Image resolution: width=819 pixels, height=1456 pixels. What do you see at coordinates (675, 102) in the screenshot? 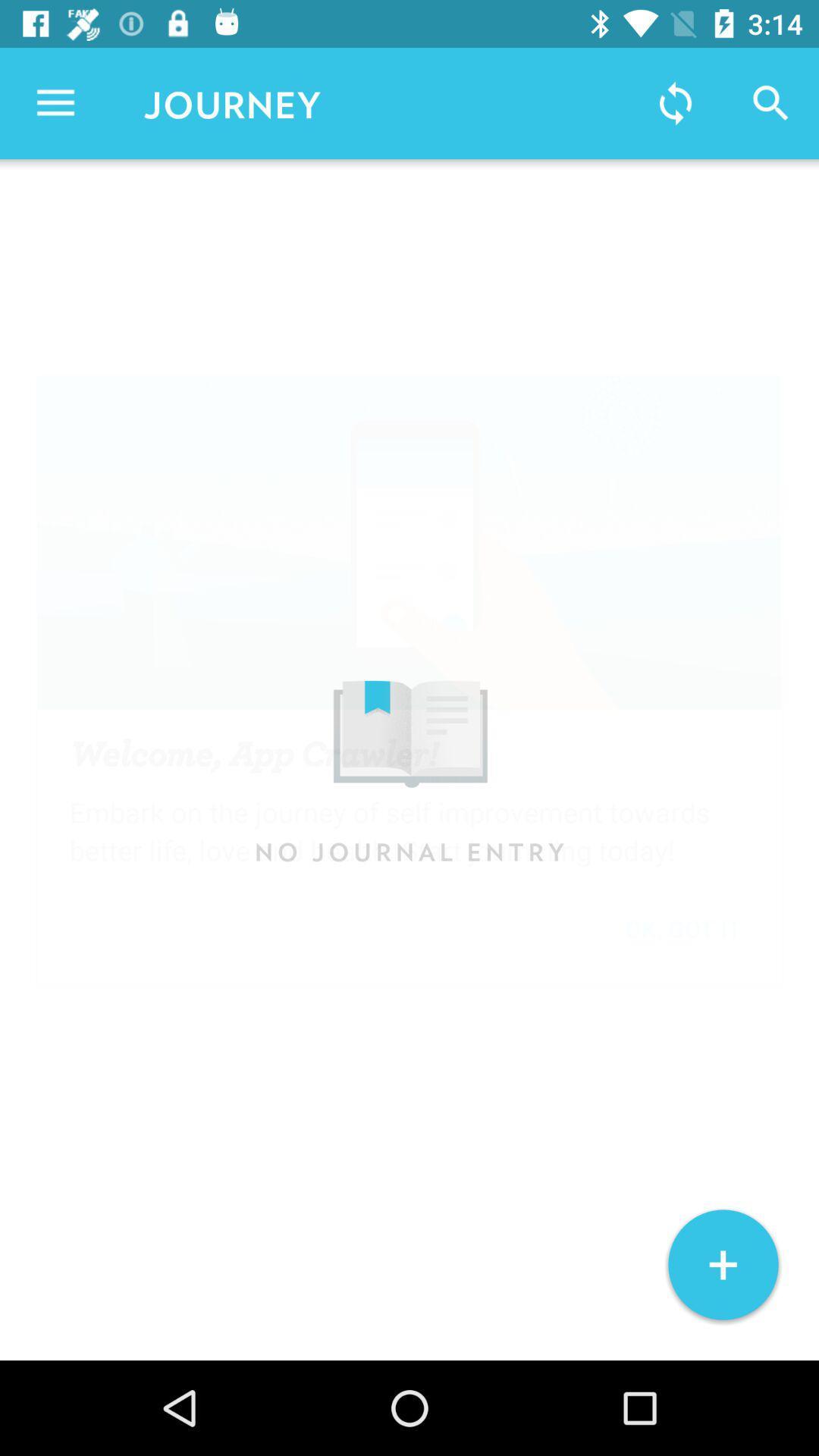
I see `the item to the right of the journey item` at bounding box center [675, 102].